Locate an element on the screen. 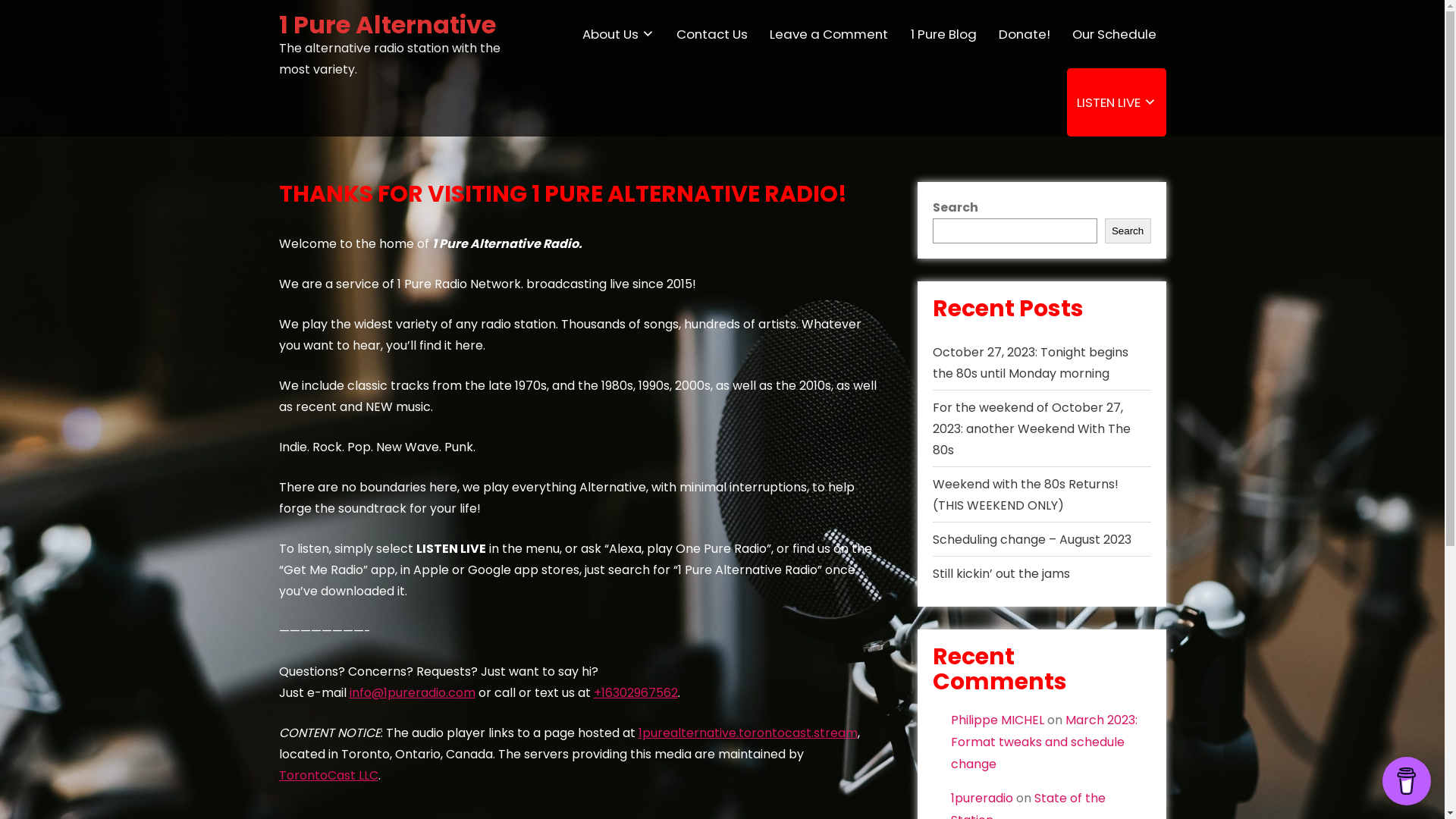 This screenshot has width=1456, height=819. 'About Us' is located at coordinates (571, 34).